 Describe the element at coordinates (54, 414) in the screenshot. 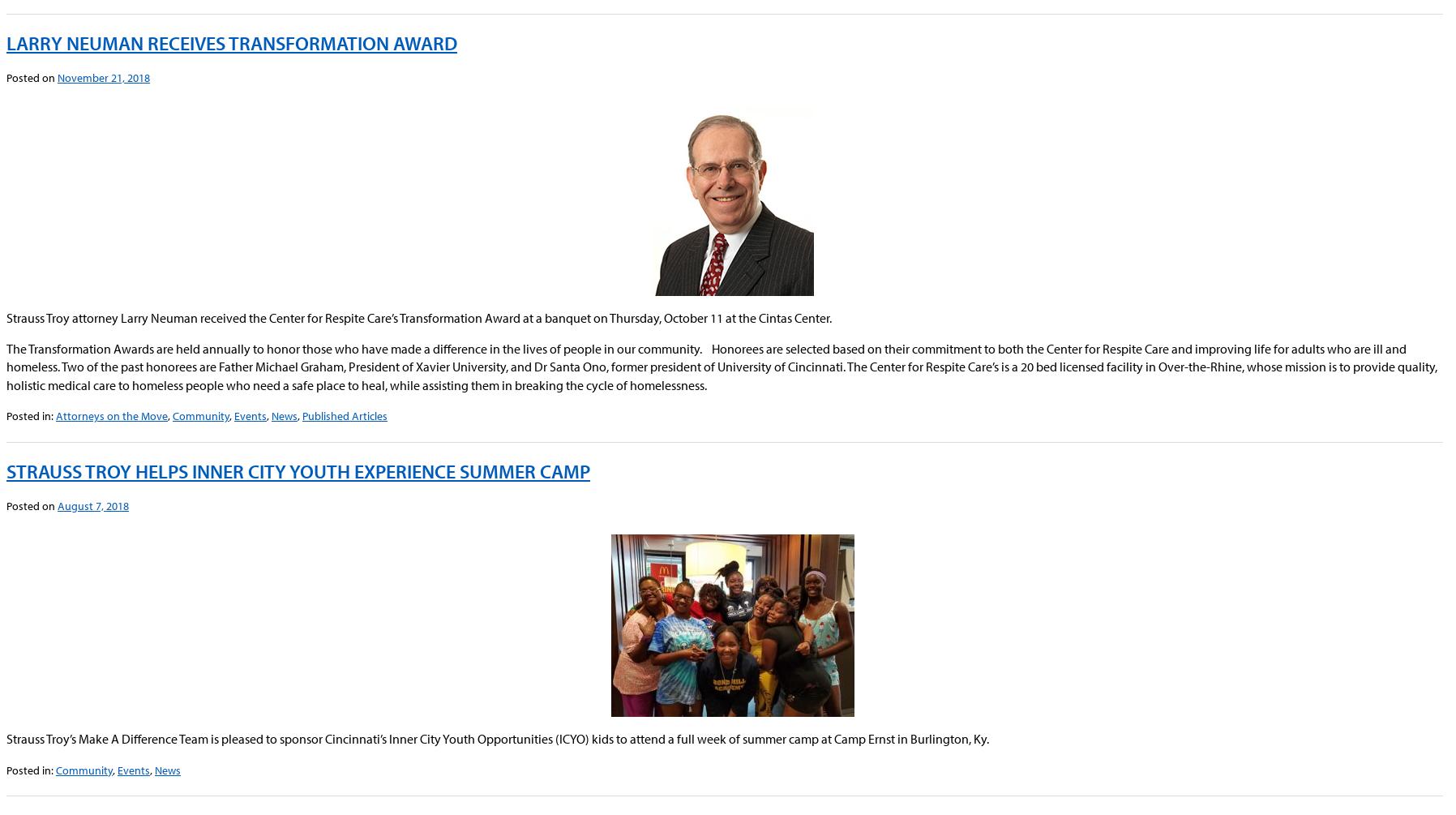

I see `'Attorneys on the Move'` at that location.